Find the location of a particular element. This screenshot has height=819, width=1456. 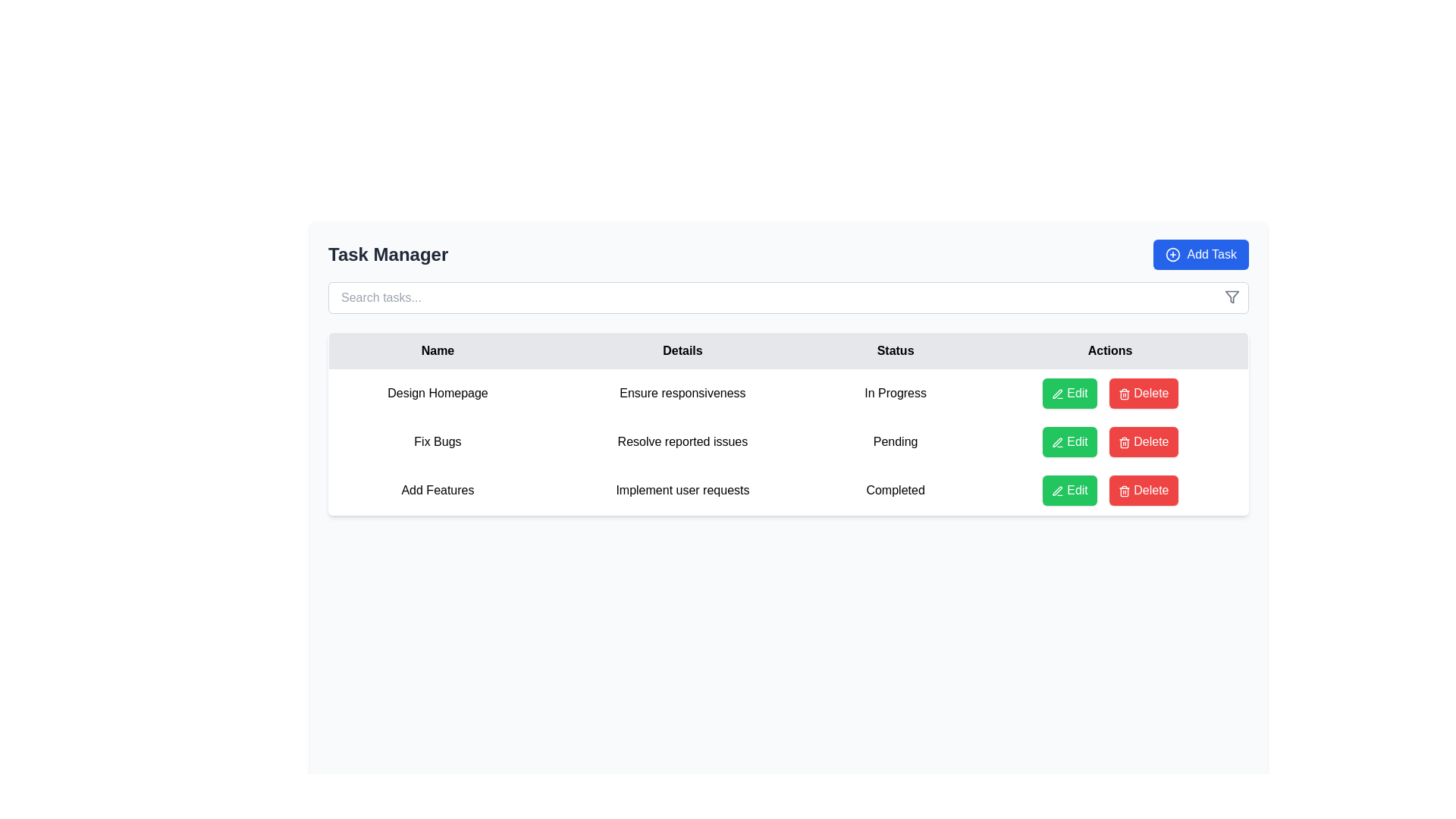

the Text label indicating the current status of the task 'Design Homepage', which is located in the third column of the first row in the table layout is located at coordinates (896, 393).